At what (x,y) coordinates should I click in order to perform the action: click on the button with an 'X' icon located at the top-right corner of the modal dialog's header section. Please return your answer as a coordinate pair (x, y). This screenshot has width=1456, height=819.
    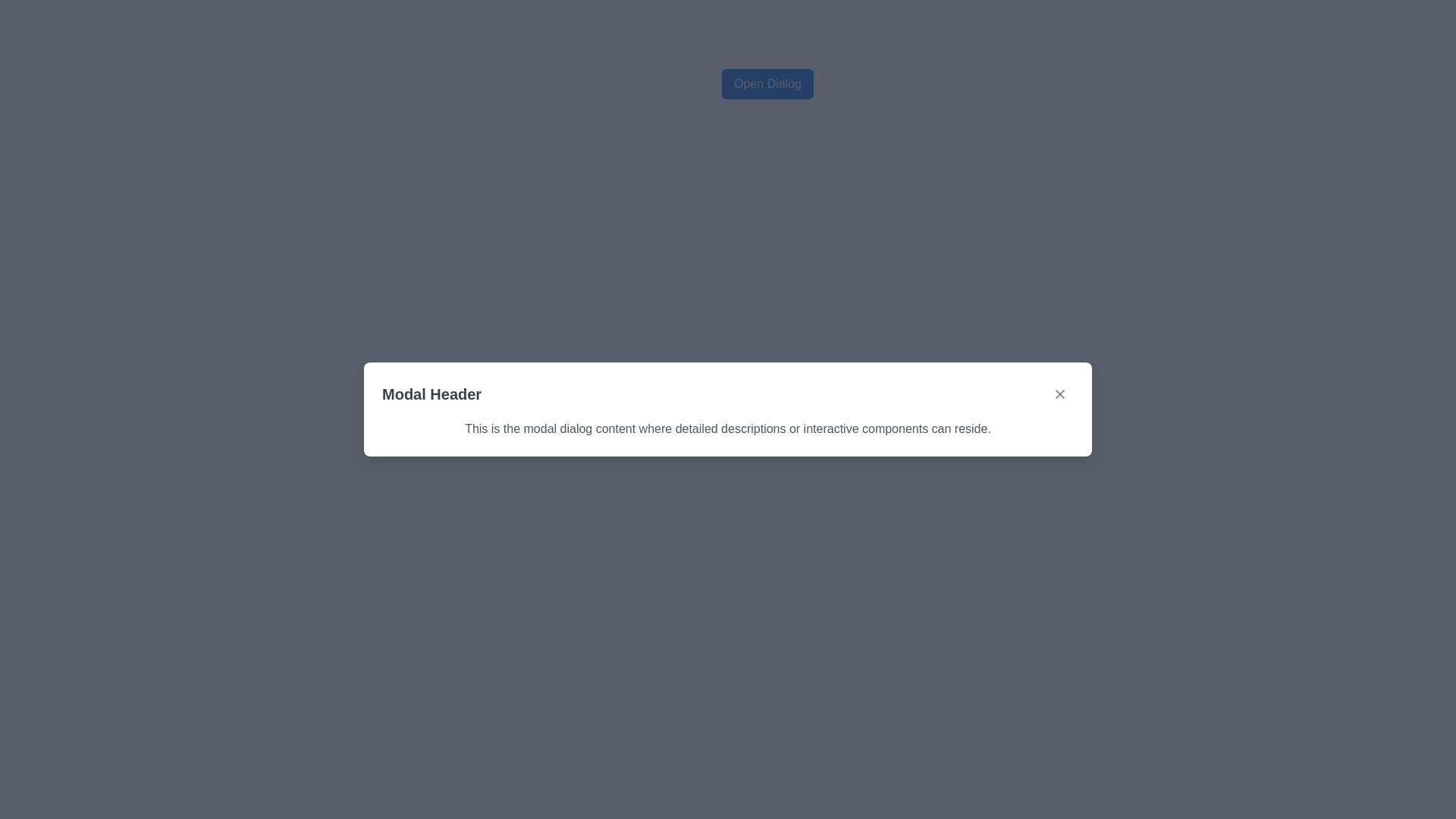
    Looking at the image, I should click on (1059, 394).